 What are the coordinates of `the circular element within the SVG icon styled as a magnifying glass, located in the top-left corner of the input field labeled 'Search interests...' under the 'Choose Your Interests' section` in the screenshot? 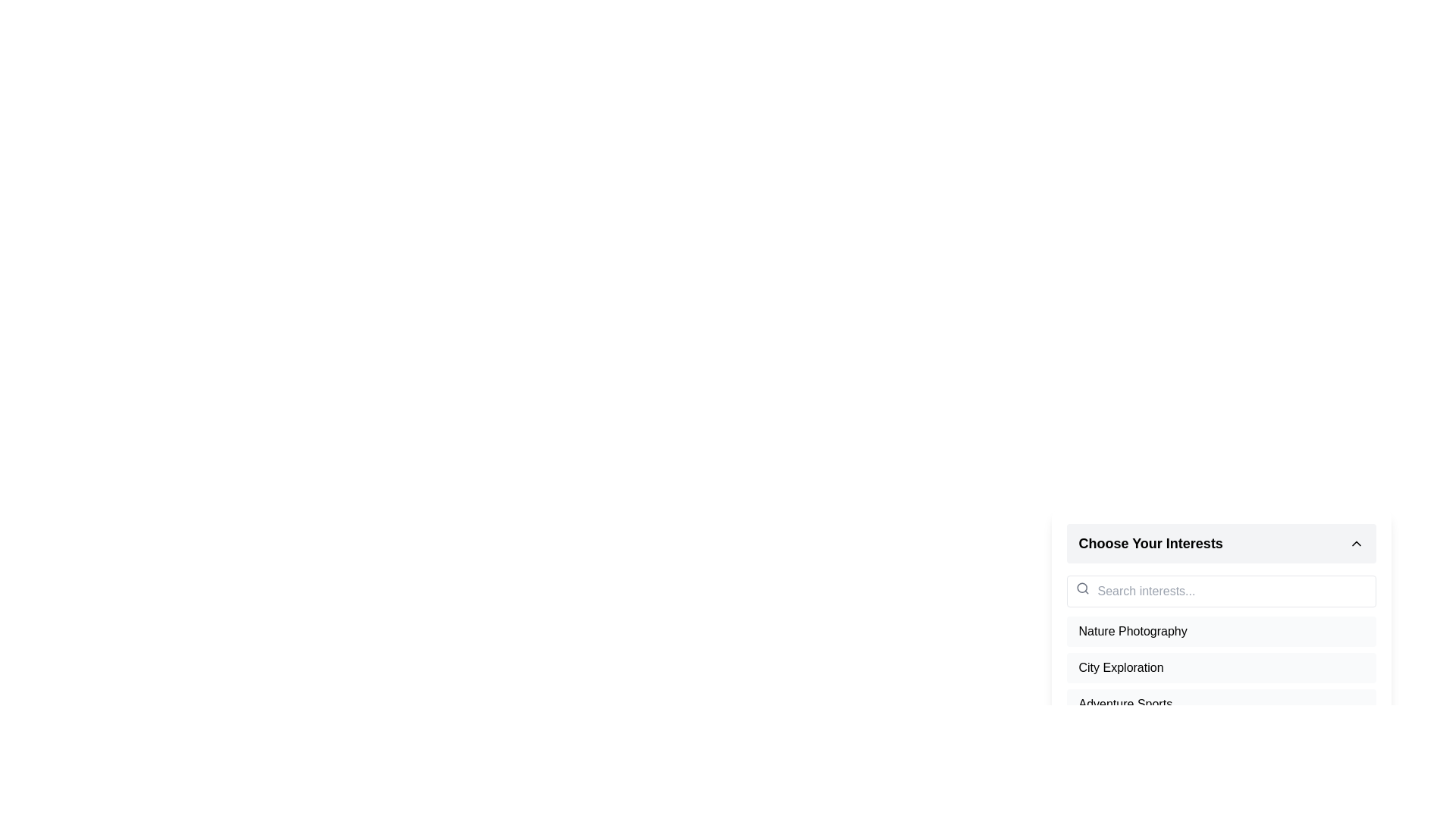 It's located at (1081, 587).